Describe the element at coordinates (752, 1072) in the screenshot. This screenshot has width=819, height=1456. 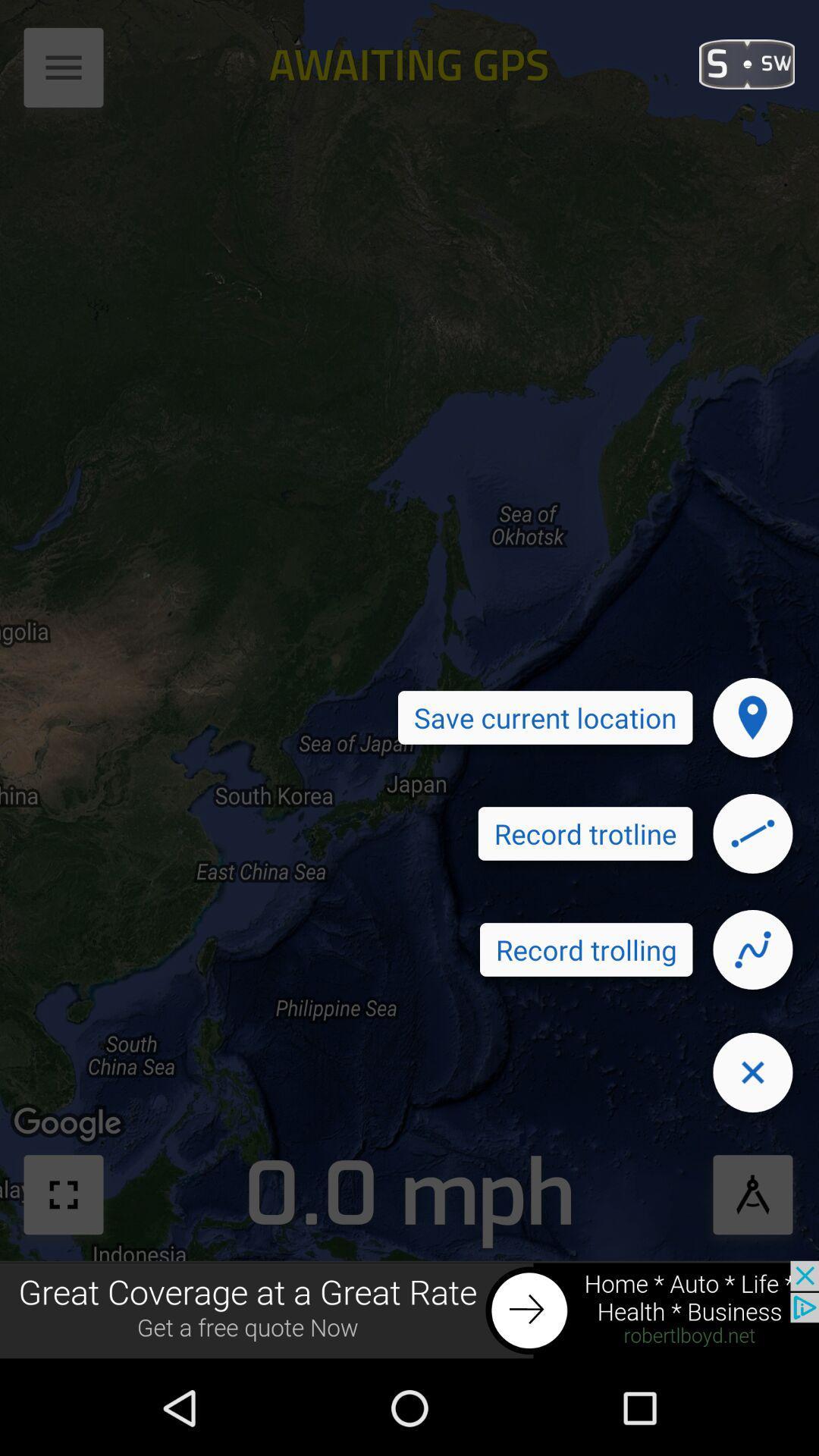
I see `close` at that location.